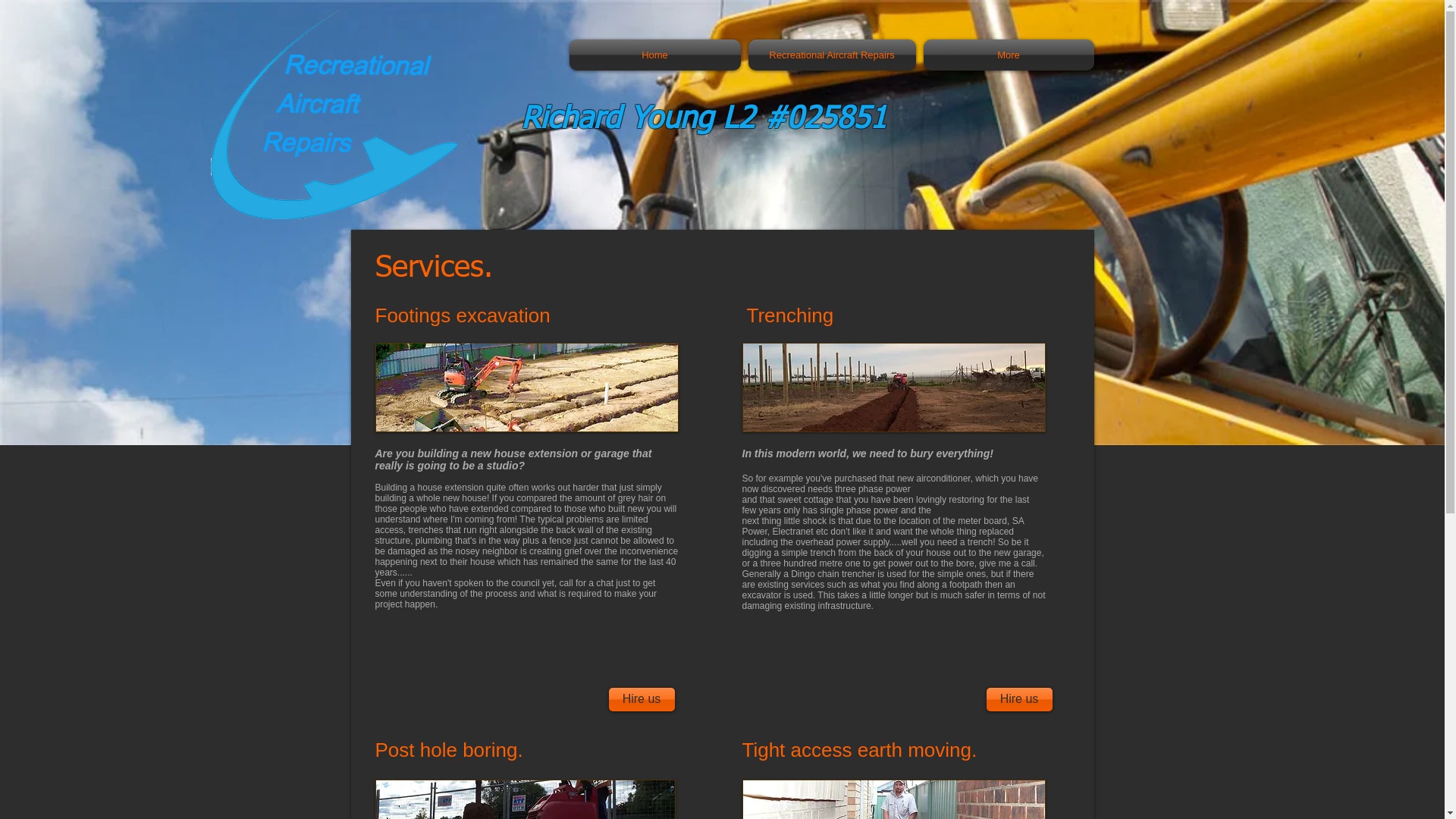  Describe the element at coordinates (526, 386) in the screenshot. I see `'Dig footings for new houses at Ingle Farm'` at that location.